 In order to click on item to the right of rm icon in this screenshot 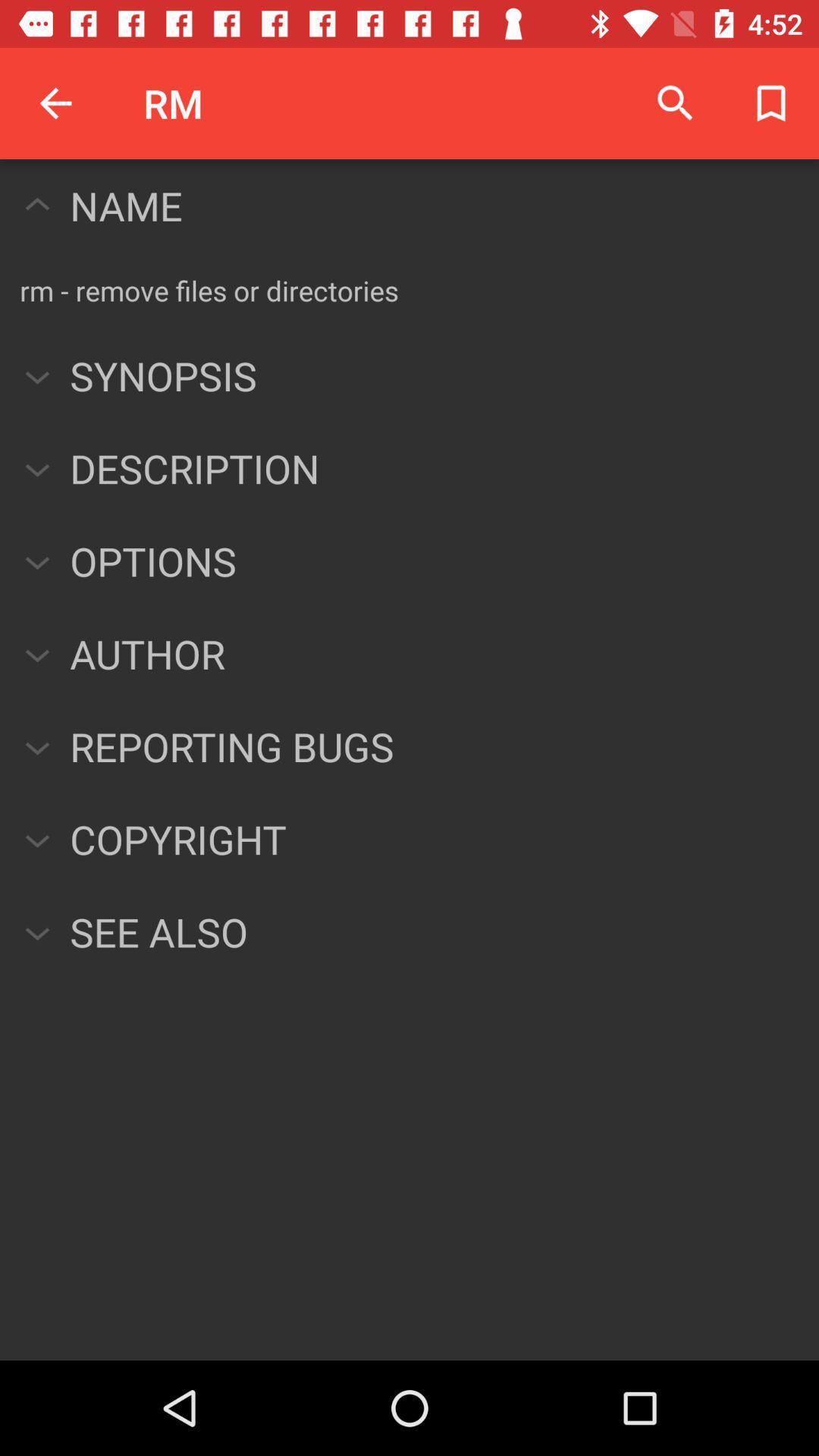, I will do `click(675, 102)`.